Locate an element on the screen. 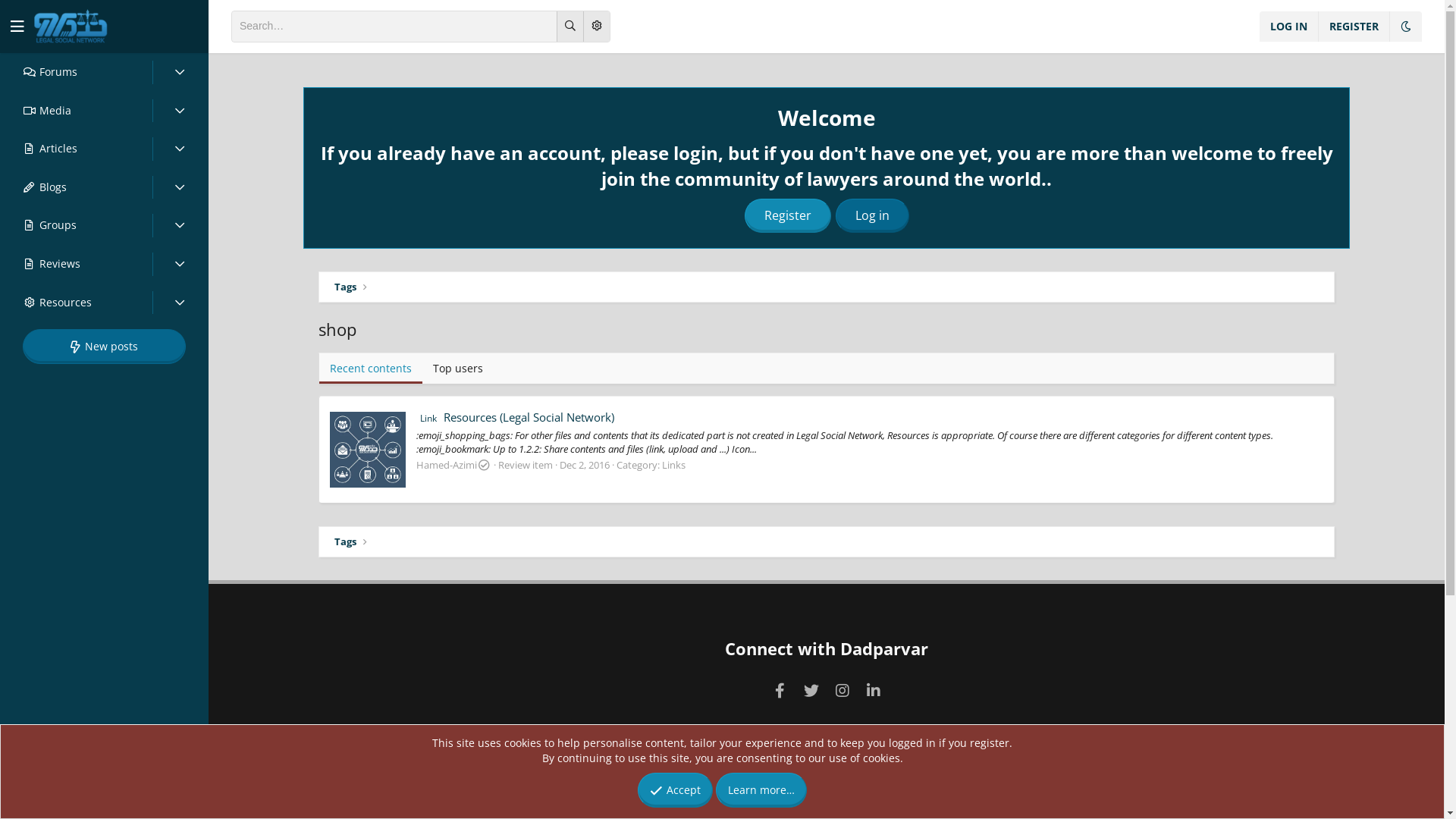  'Twitter' is located at coordinates (810, 690).